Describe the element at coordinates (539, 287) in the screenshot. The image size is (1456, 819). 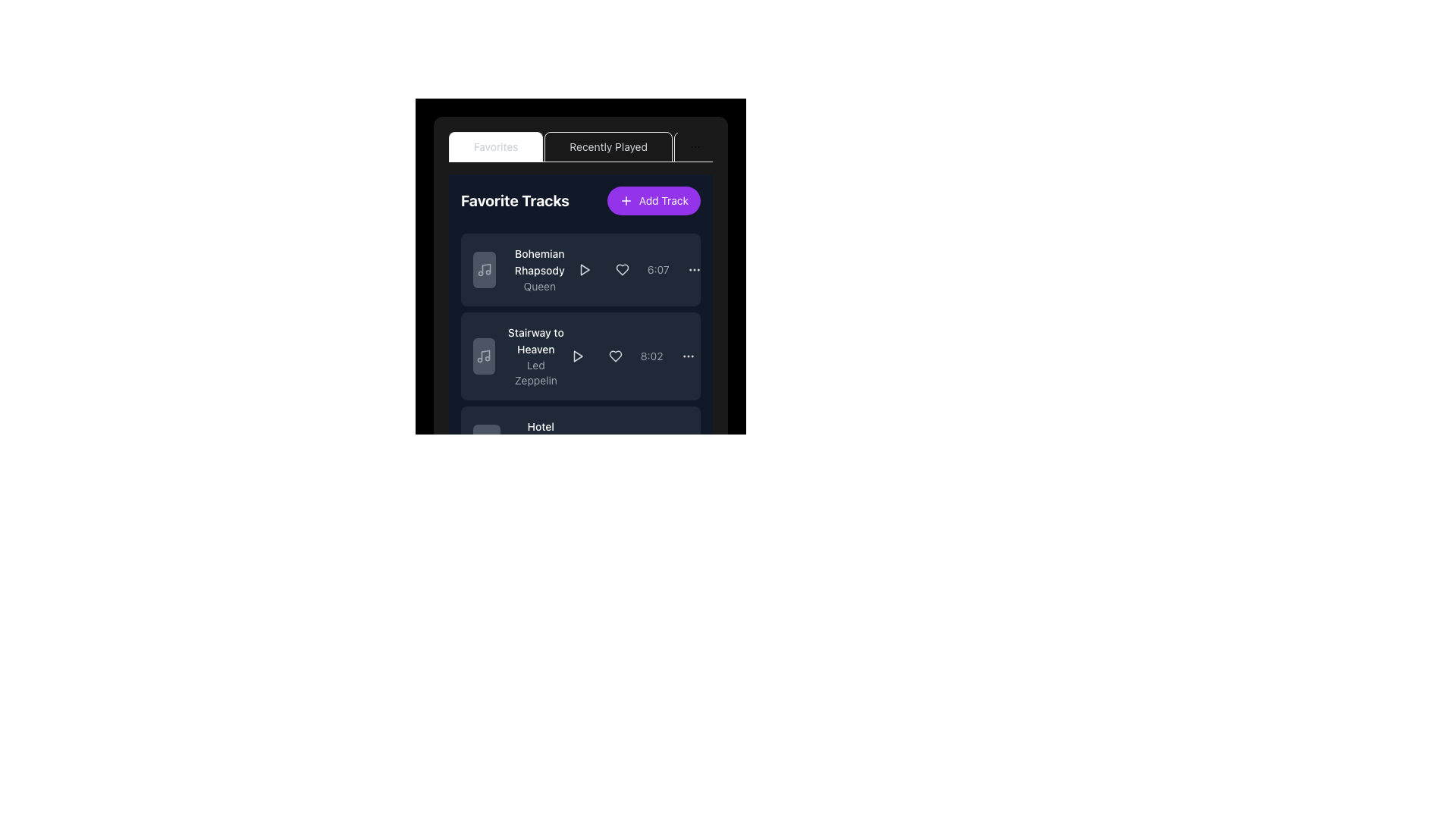
I see `the Text Label indicating the artist associated with the track 'Bohemian Rhapsody', located in the 'Favorite Tracks' section` at that location.